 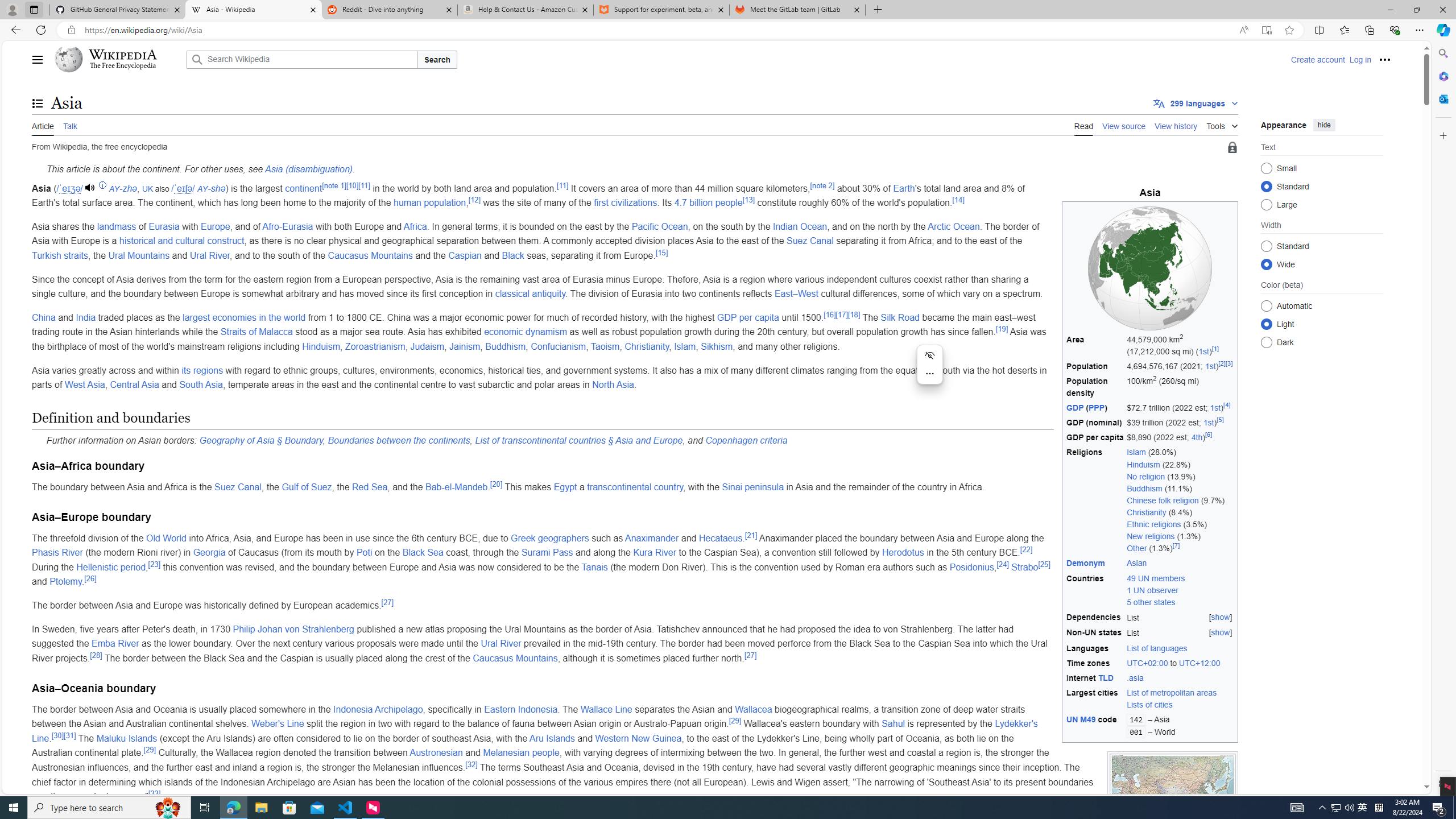 I want to click on 'Class: infobox-image', so click(x=1149, y=268).